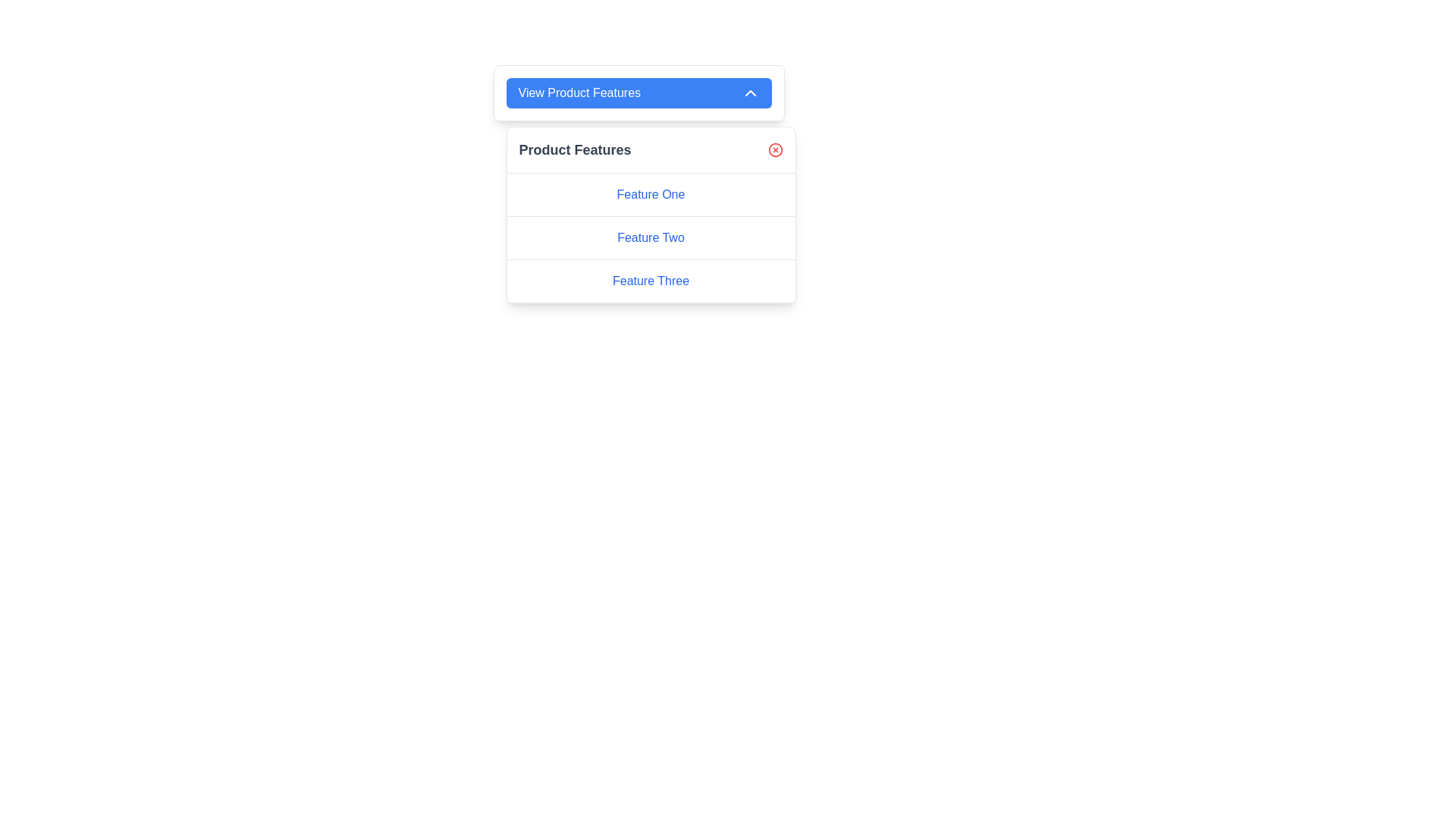 The image size is (1456, 819). I want to click on the text label displaying 'Feature One' in bold blue font, located in the dropdown menu under 'Product Features', so click(651, 193).